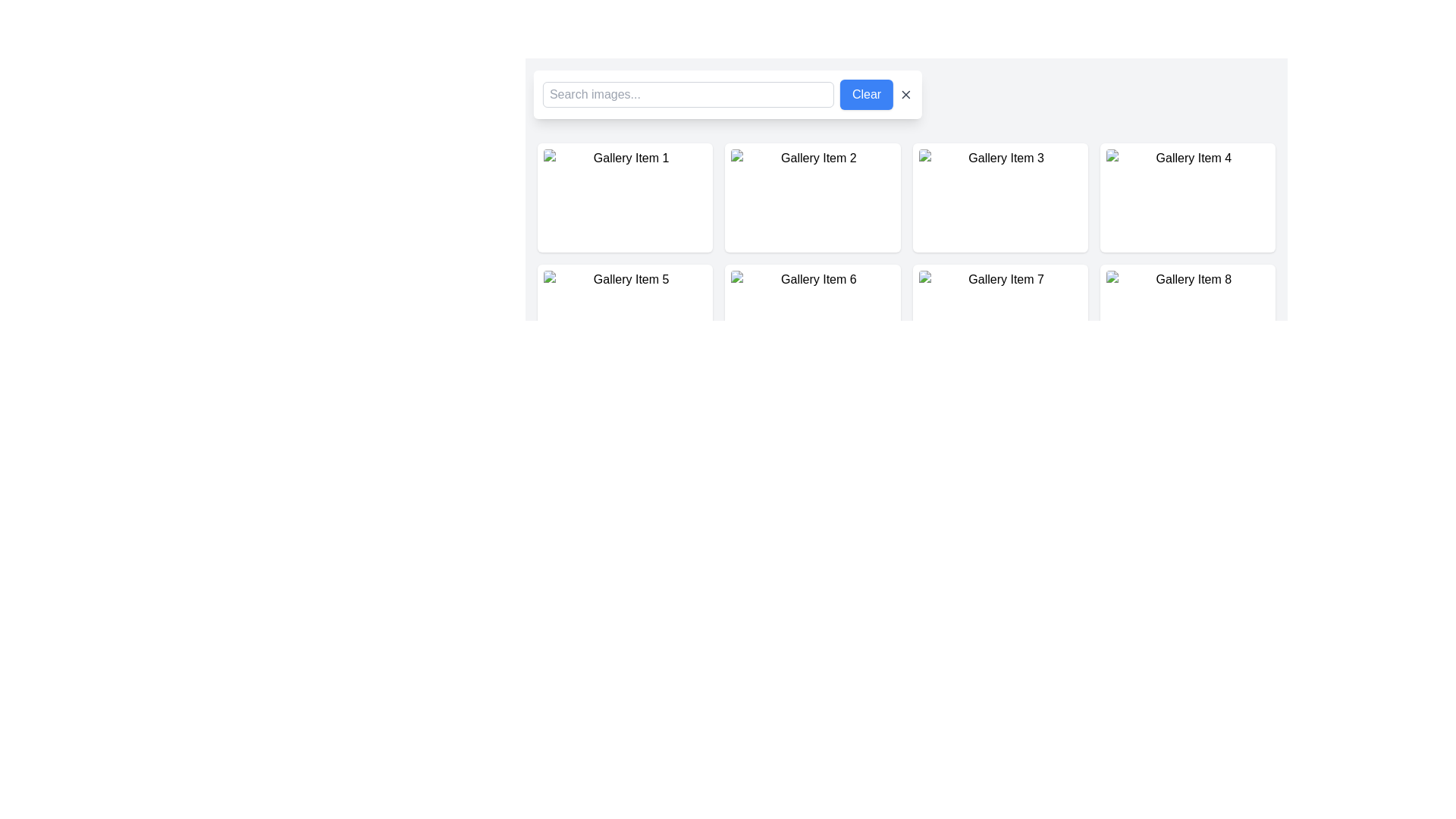  What do you see at coordinates (1187, 318) in the screenshot?
I see `the Card representing 'Gallery Item 8' located in the fourth column and third row of the grid layout` at bounding box center [1187, 318].